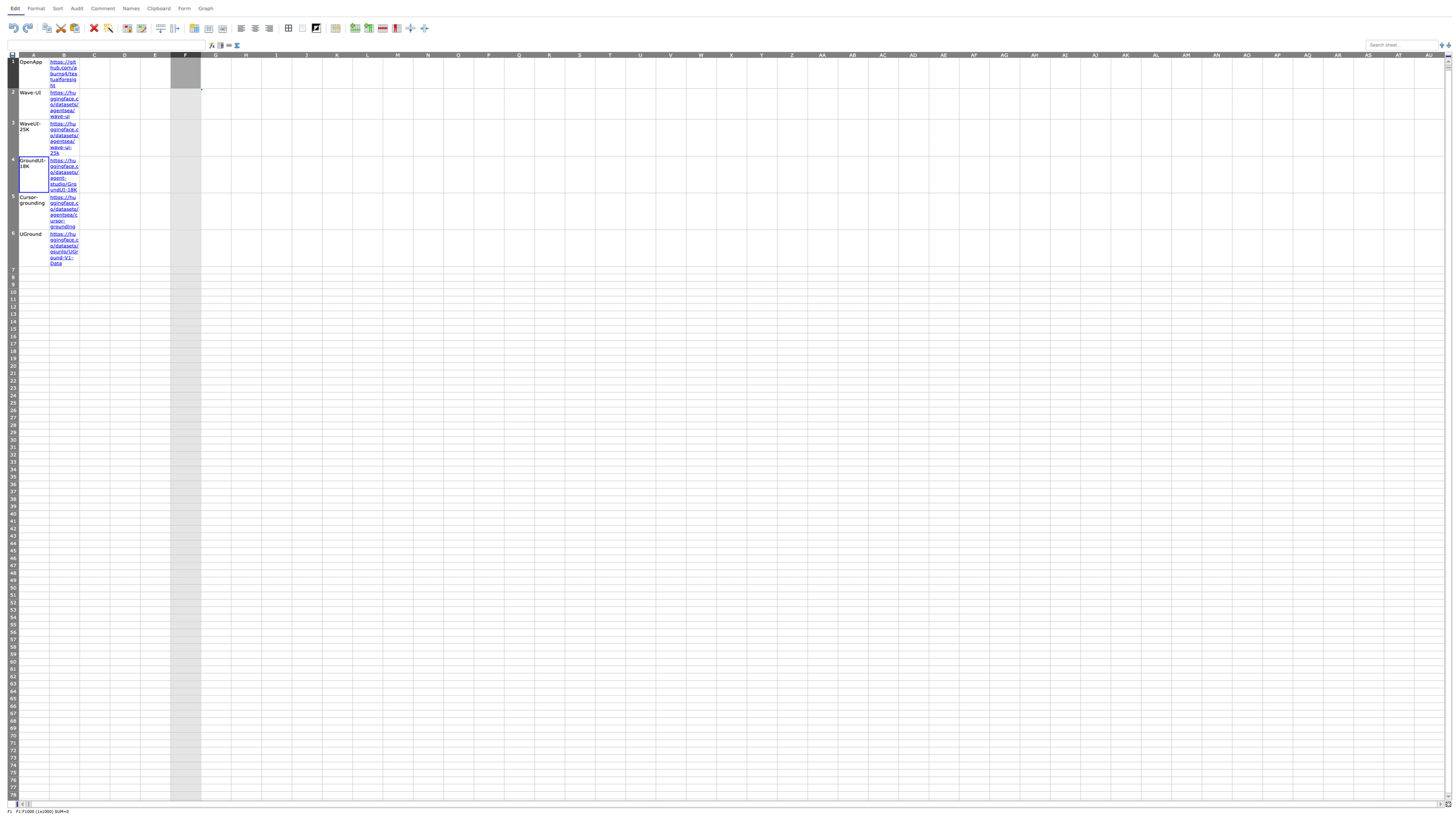 This screenshot has height=819, width=1456. Describe the element at coordinates (397, 54) in the screenshot. I see `column M` at that location.